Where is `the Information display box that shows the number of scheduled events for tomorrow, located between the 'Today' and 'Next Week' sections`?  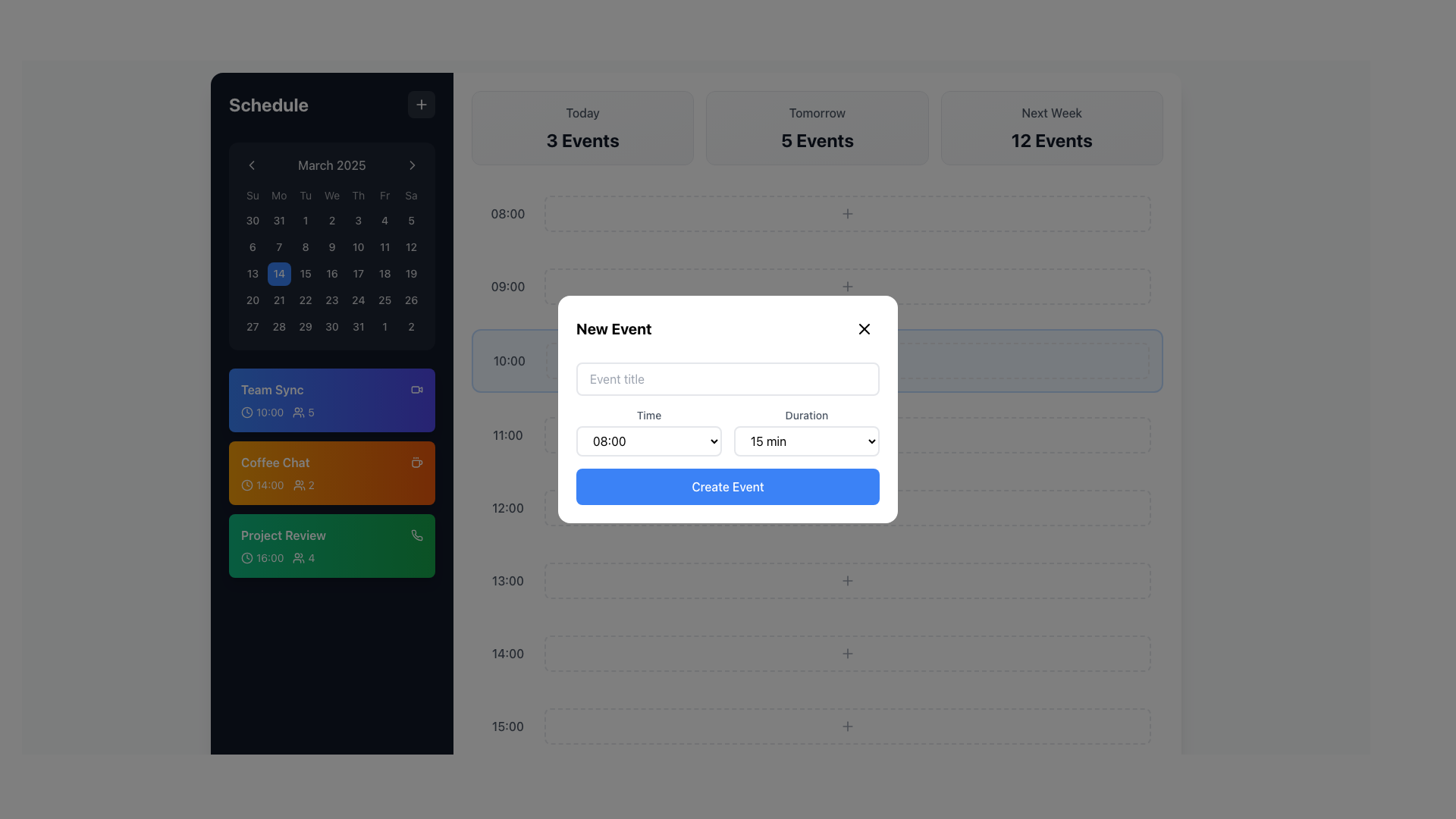 the Information display box that shows the number of scheduled events for tomorrow, located between the 'Today' and 'Next Week' sections is located at coordinates (817, 127).